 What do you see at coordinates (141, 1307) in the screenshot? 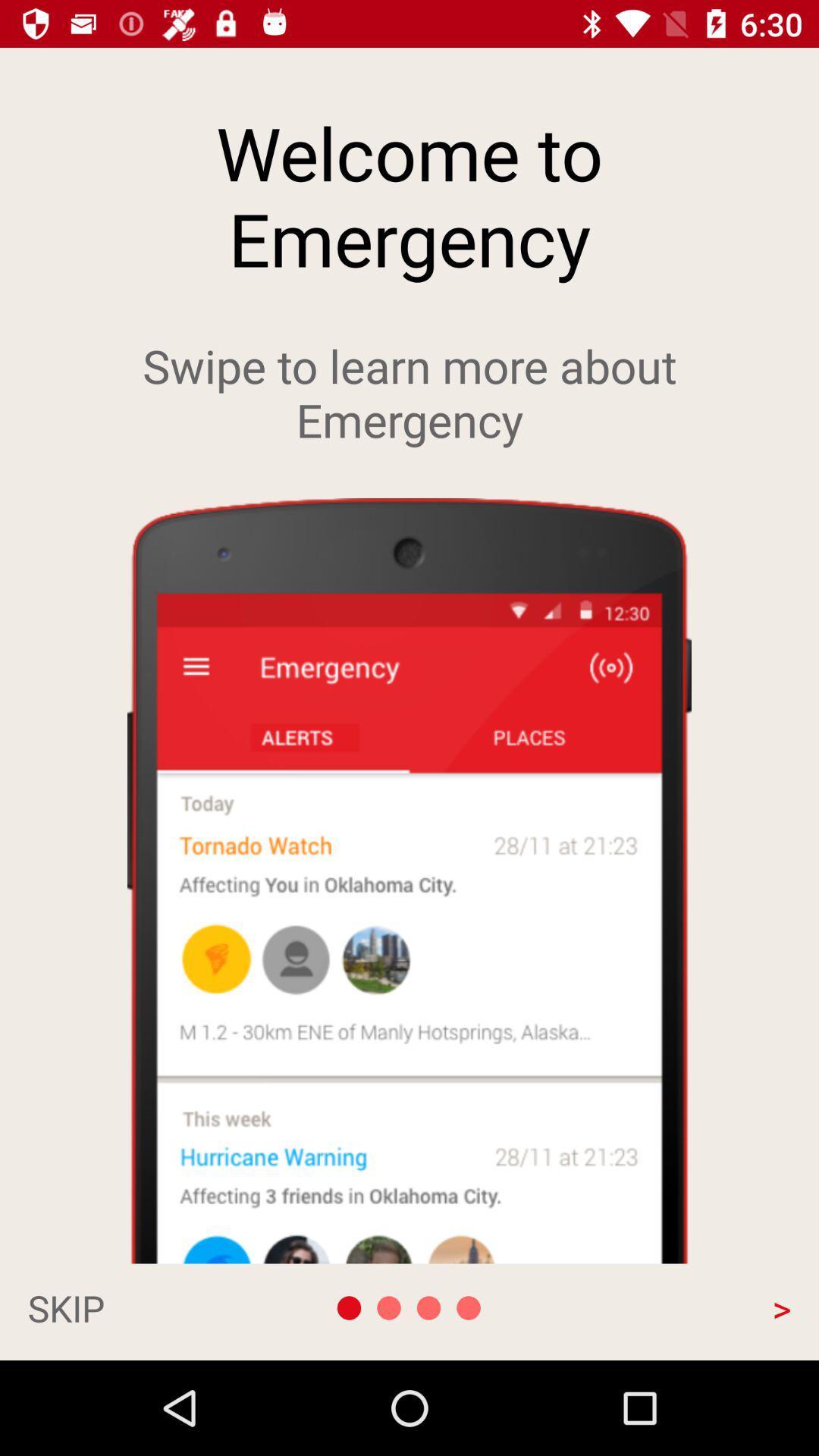
I see `icon at the bottom left corner` at bounding box center [141, 1307].